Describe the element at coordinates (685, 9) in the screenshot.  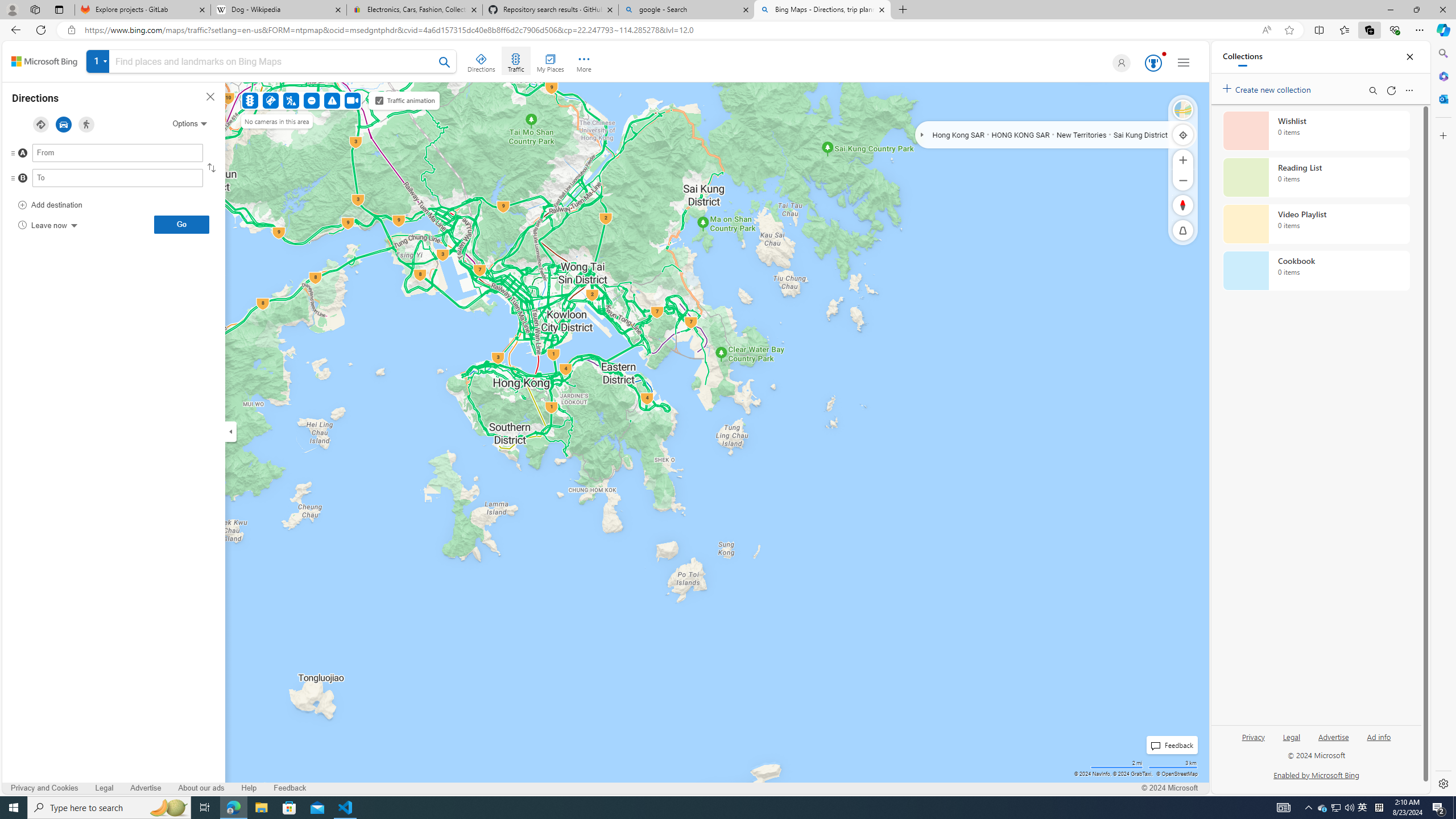
I see `'google - Search'` at that location.